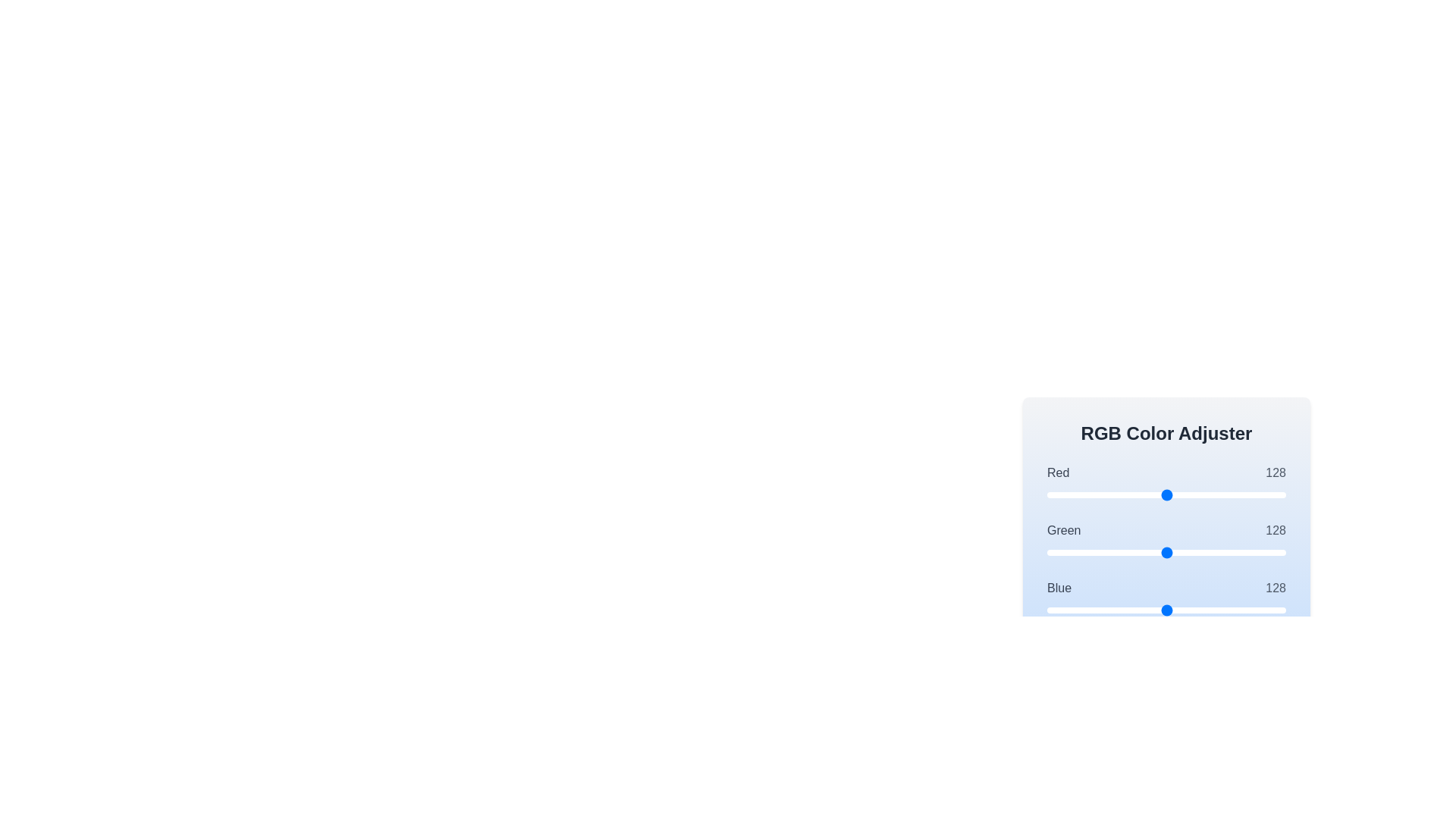 The width and height of the screenshot is (1456, 819). Describe the element at coordinates (1124, 494) in the screenshot. I see `the red slider to 82 by dragging or clicking on the slider` at that location.